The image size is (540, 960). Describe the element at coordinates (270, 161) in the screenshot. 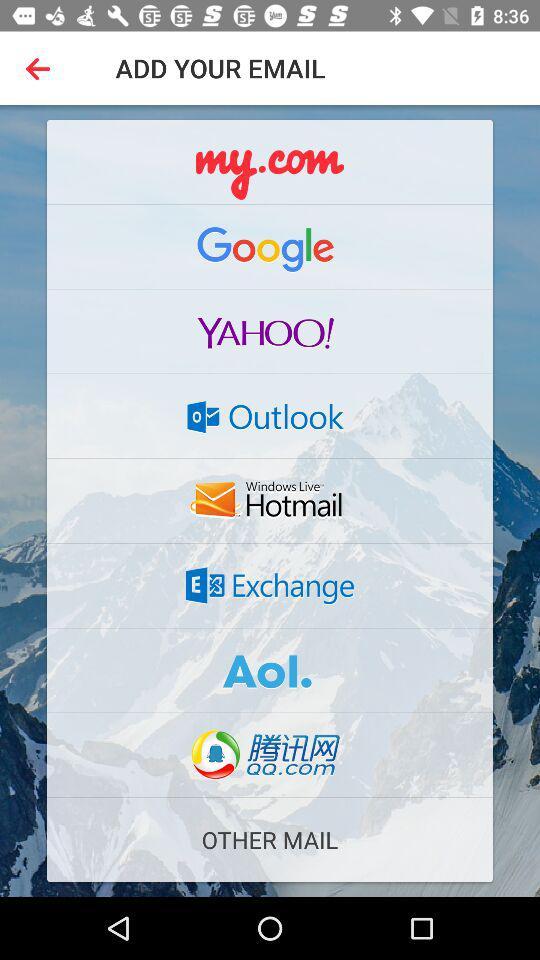

I see `my.com email` at that location.